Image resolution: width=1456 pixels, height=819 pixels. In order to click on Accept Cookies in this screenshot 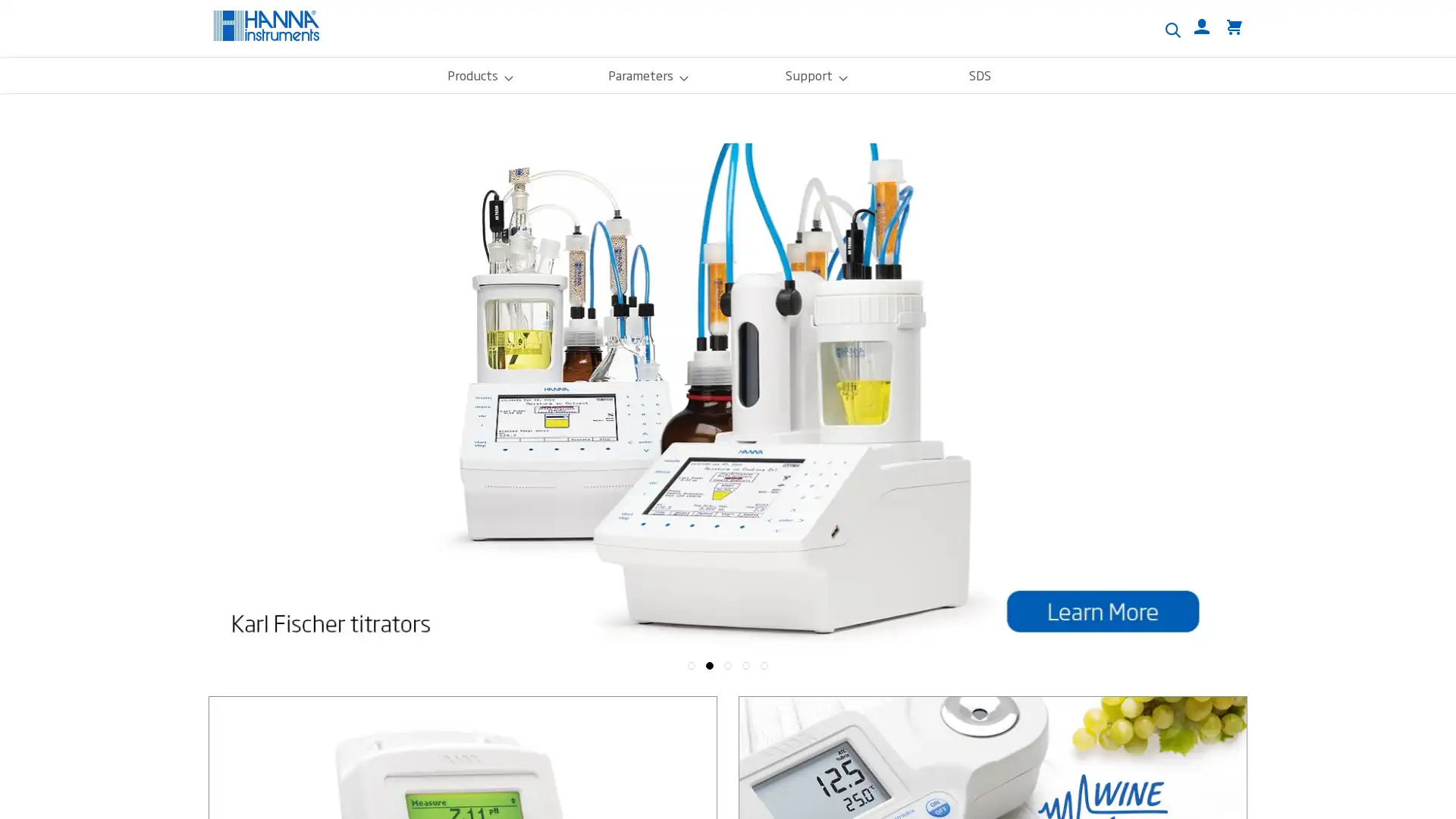, I will do `click(560, 794)`.